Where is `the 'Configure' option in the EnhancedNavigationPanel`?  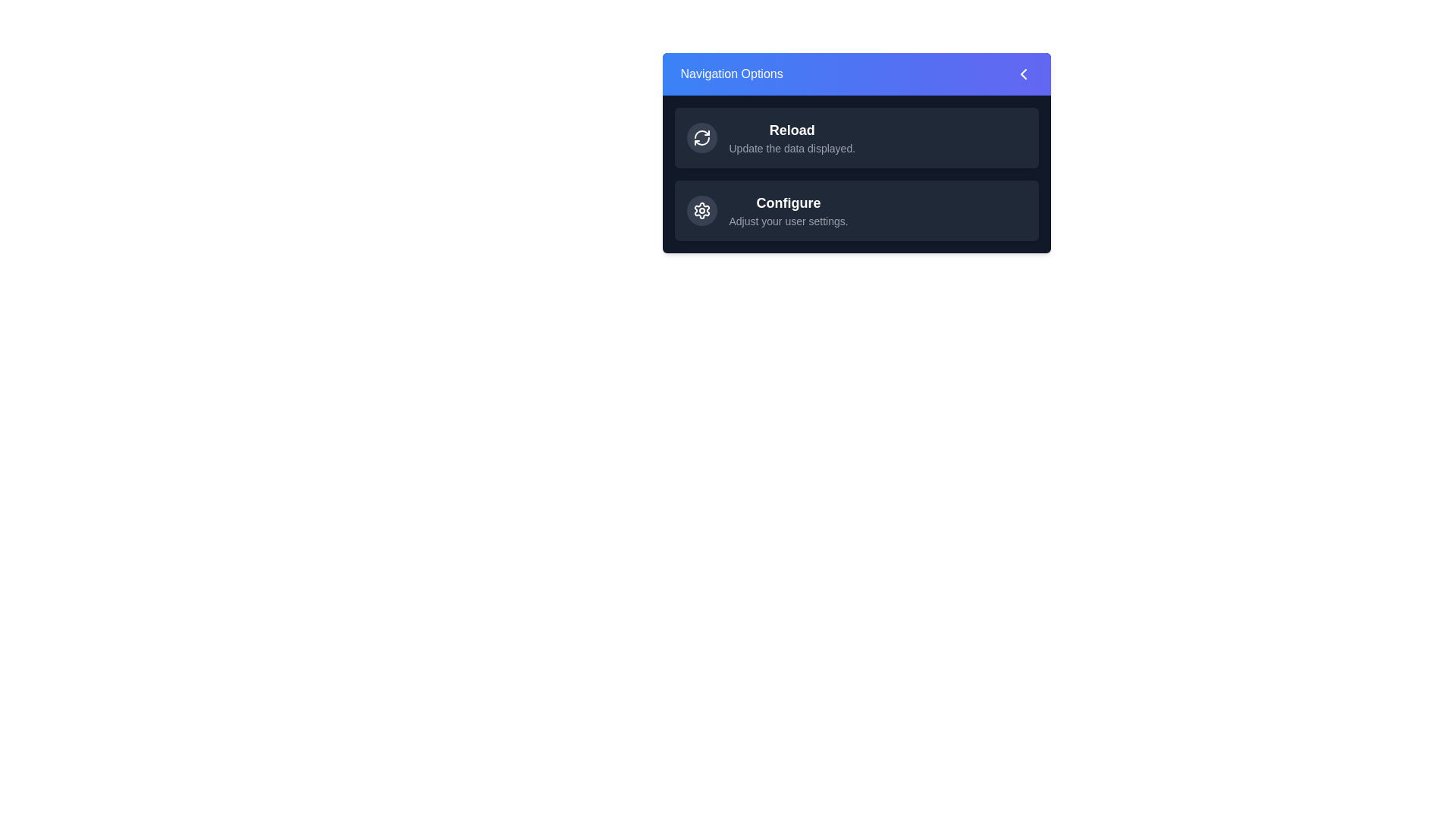
the 'Configure' option in the EnhancedNavigationPanel is located at coordinates (789, 210).